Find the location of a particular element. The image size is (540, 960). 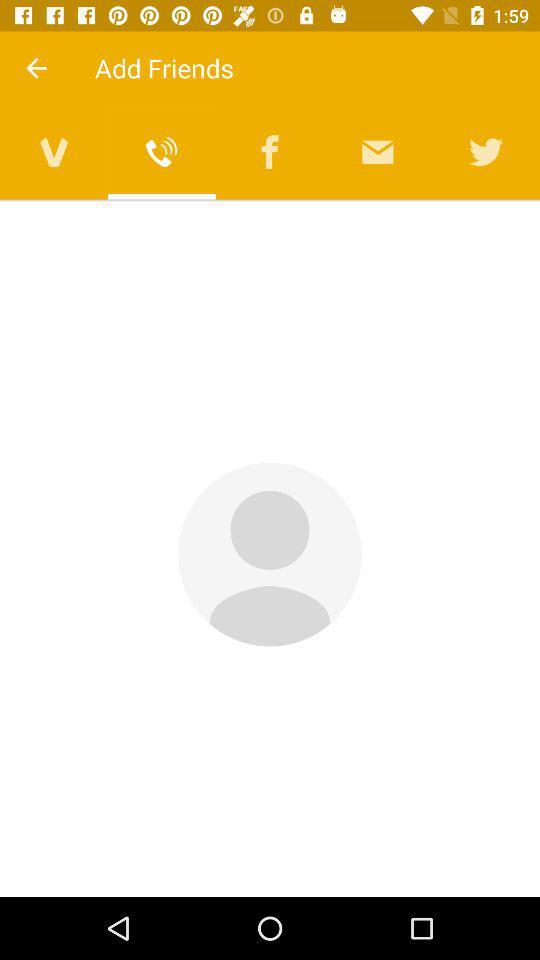

the call icon is located at coordinates (161, 151).